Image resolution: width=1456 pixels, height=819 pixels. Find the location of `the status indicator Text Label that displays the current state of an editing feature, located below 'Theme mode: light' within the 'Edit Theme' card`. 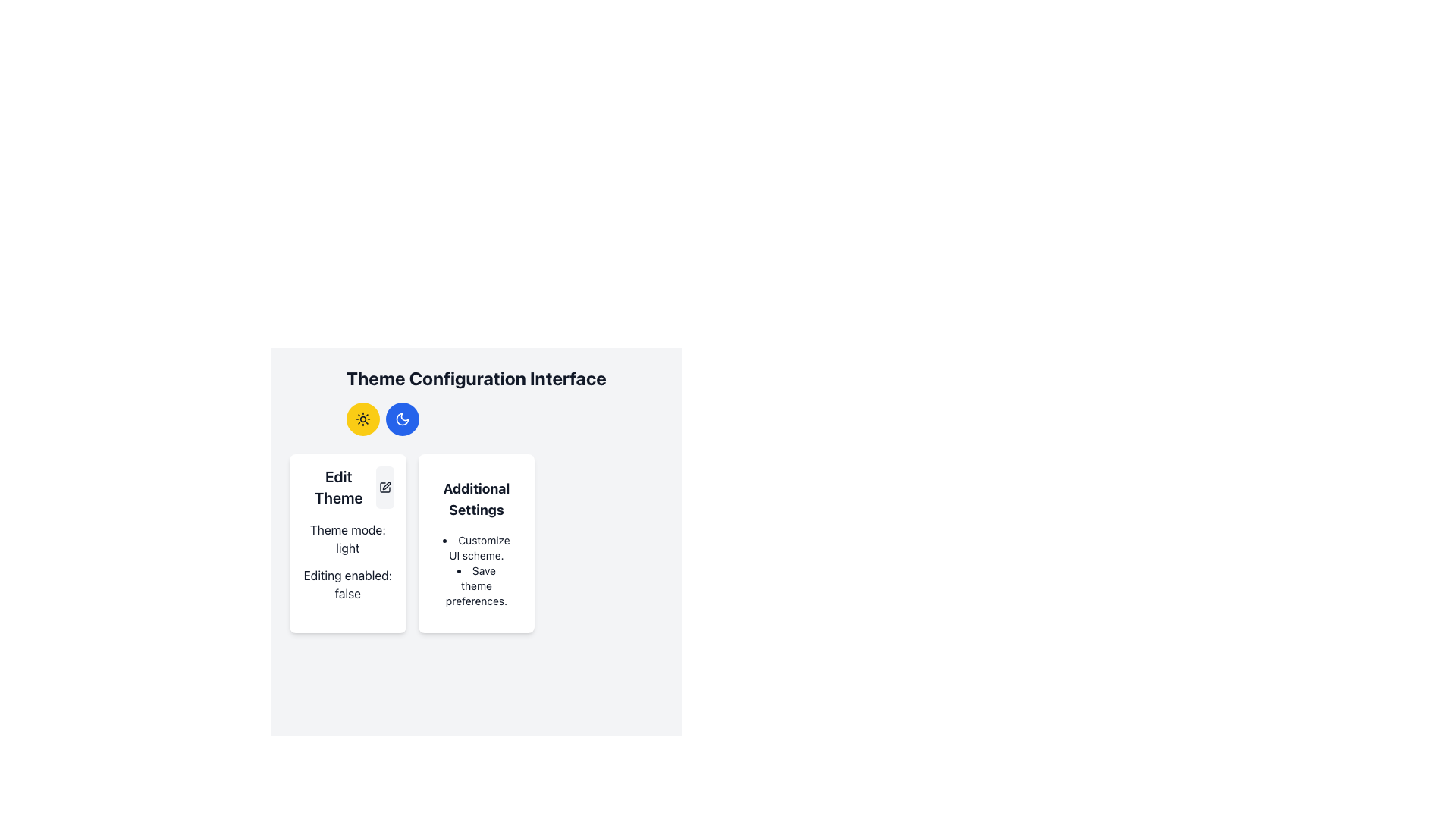

the status indicator Text Label that displays the current state of an editing feature, located below 'Theme mode: light' within the 'Edit Theme' card is located at coordinates (347, 584).